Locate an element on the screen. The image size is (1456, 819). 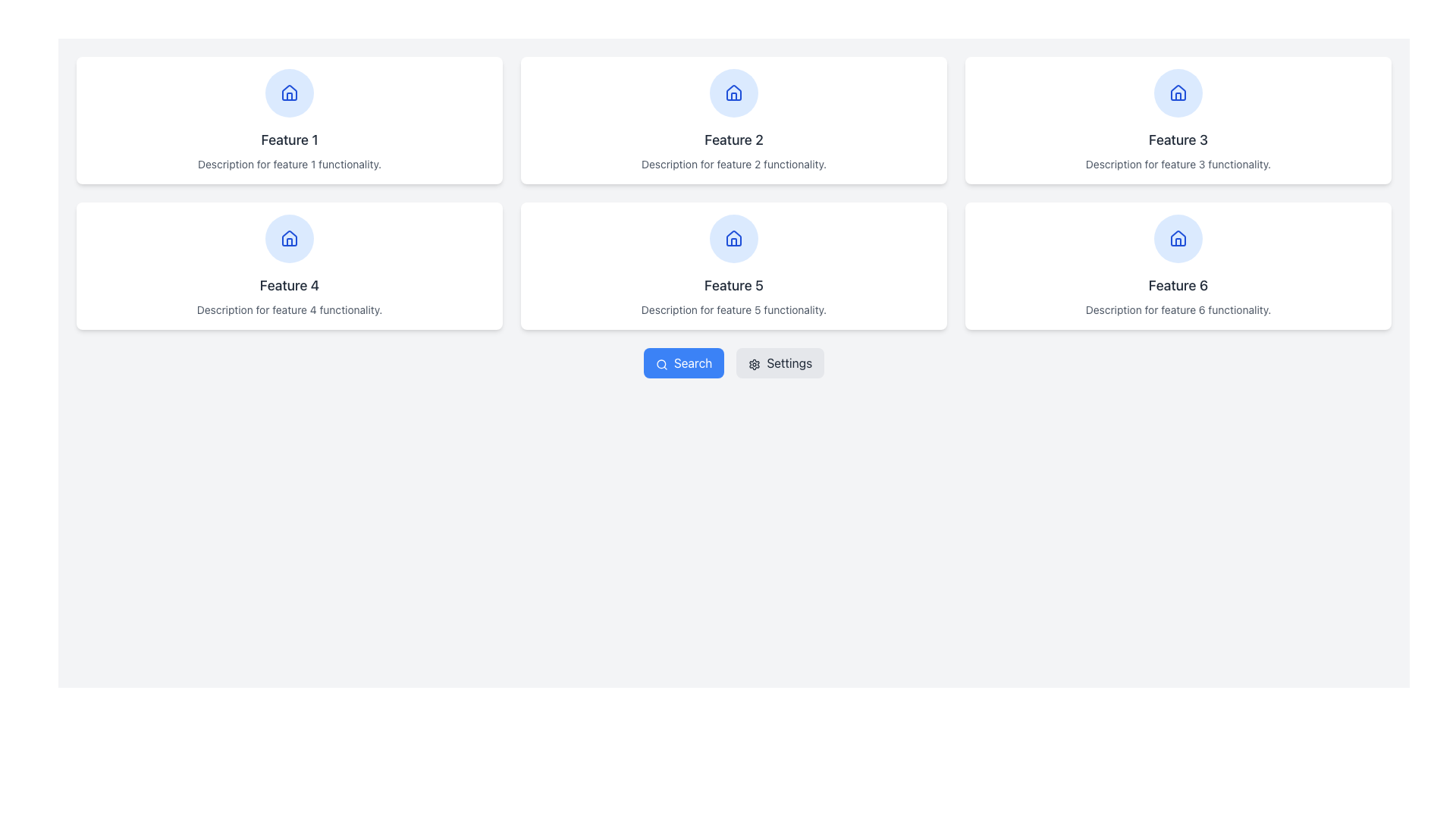
the non-interactive Text Label that provides information about 'Feature 6', located at the bottom of the card in the bottom-right corner of a two-row grid layout is located at coordinates (1178, 309).